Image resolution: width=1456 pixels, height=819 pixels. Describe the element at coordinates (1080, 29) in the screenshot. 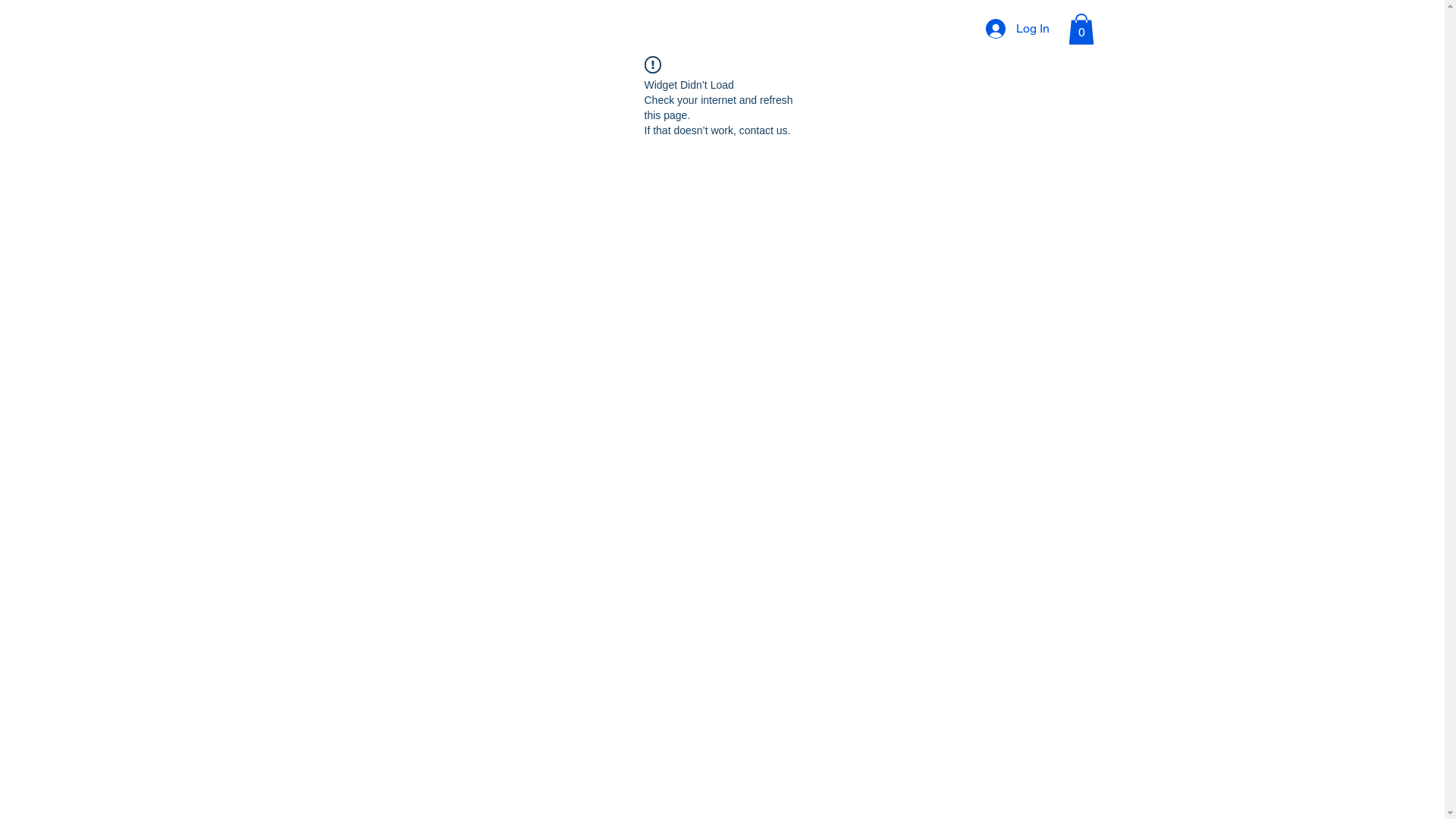

I see `'0'` at that location.